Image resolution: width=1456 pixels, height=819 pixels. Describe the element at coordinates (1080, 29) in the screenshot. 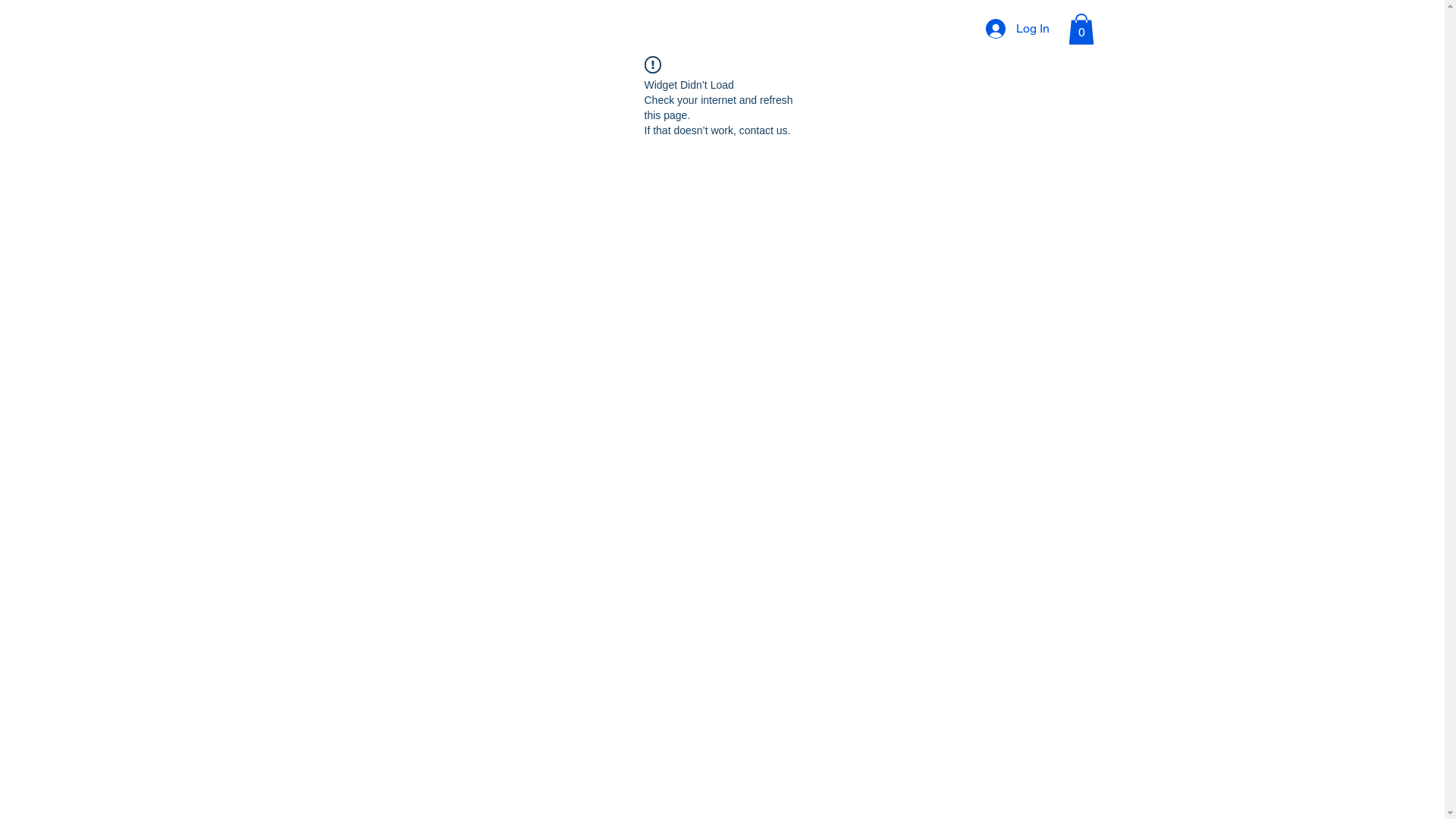

I see `'0'` at that location.